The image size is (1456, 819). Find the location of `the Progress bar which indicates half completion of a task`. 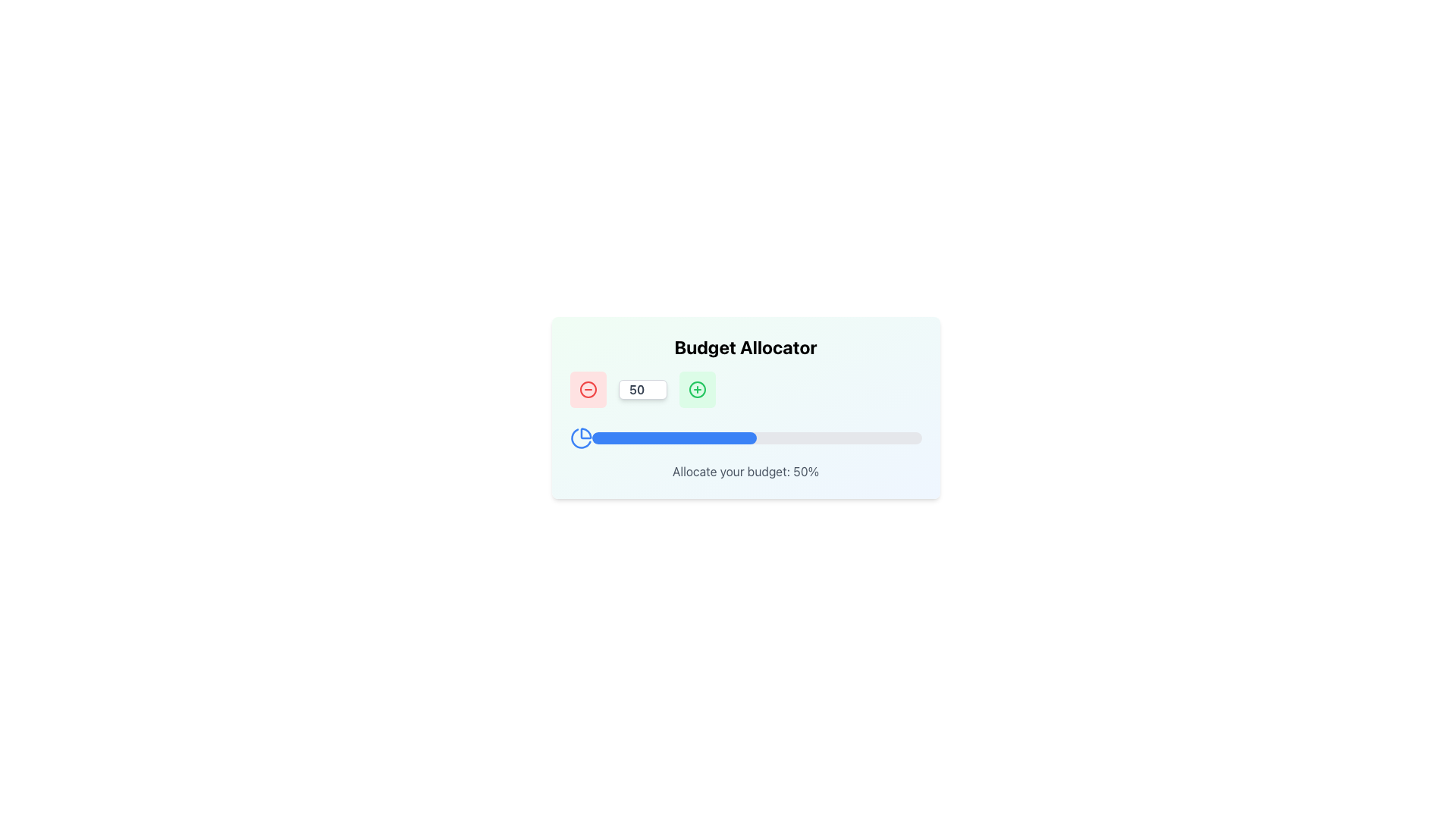

the Progress bar which indicates half completion of a task is located at coordinates (673, 438).